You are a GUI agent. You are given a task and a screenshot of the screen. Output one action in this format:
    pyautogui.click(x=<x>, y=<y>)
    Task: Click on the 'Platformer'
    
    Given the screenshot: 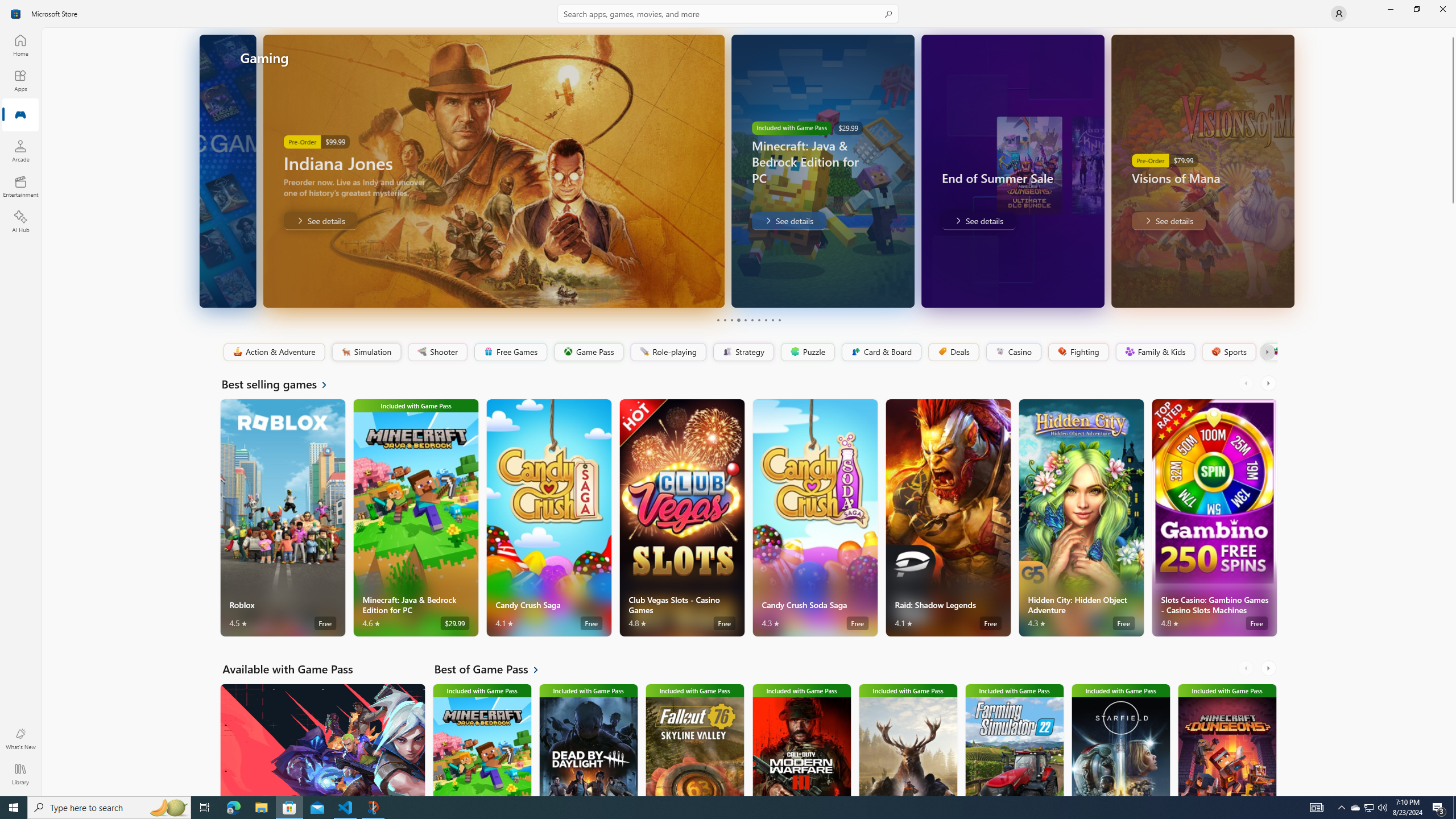 What is the action you would take?
    pyautogui.click(x=1269, y=351)
    